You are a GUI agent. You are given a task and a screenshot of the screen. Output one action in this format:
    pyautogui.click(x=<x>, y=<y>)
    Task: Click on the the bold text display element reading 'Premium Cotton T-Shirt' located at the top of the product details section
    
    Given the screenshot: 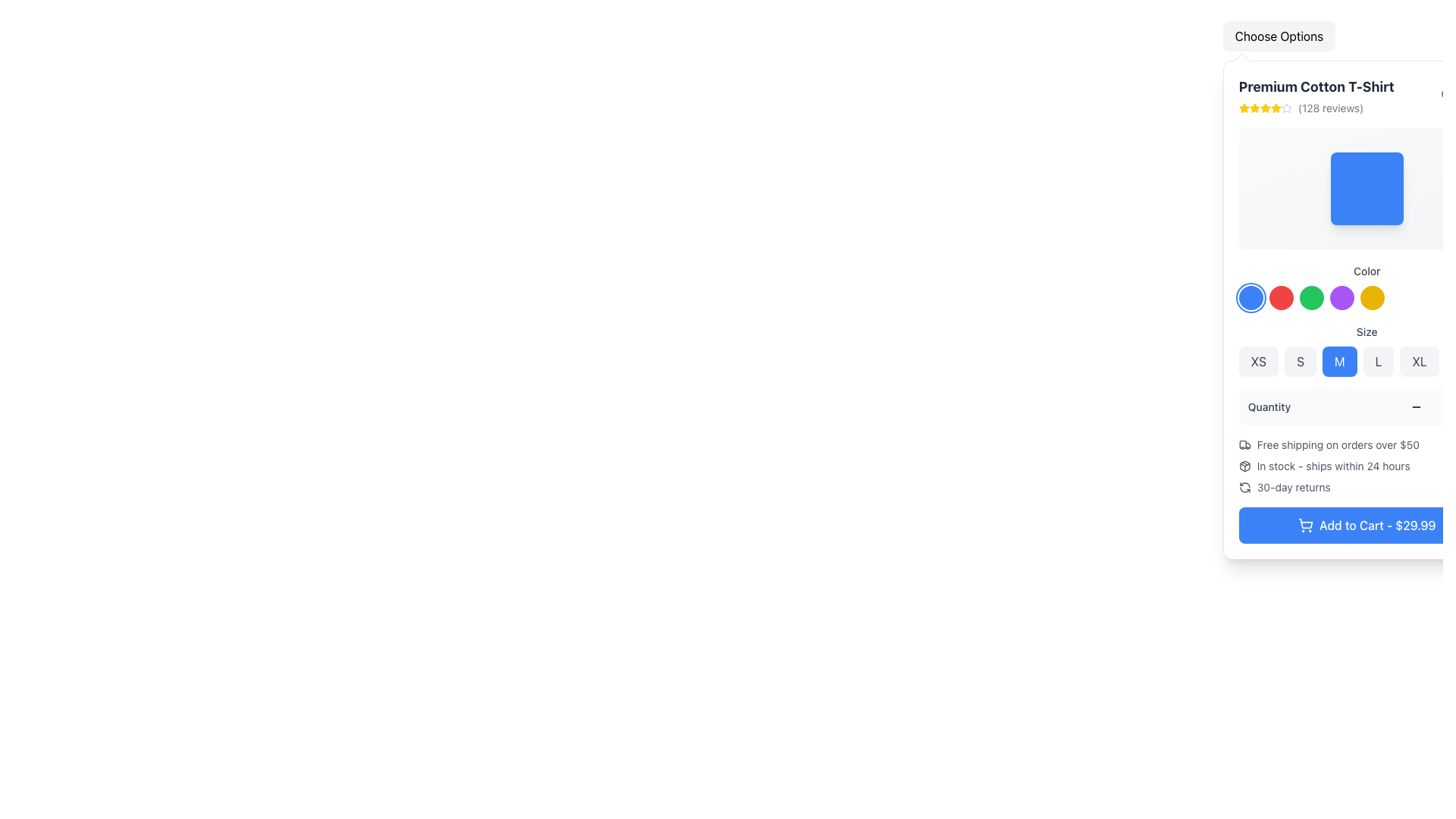 What is the action you would take?
    pyautogui.click(x=1316, y=87)
    